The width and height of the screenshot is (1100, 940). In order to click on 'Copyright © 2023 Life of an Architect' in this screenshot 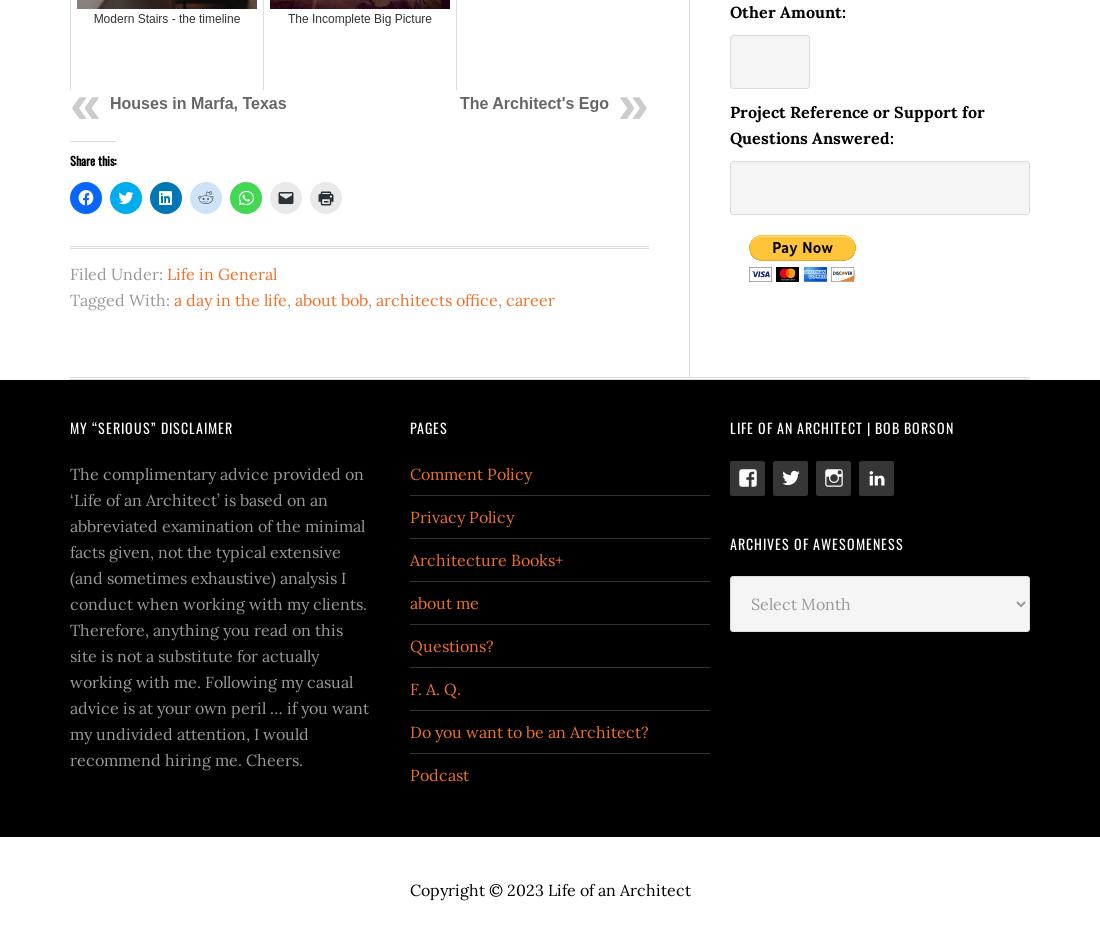, I will do `click(549, 888)`.